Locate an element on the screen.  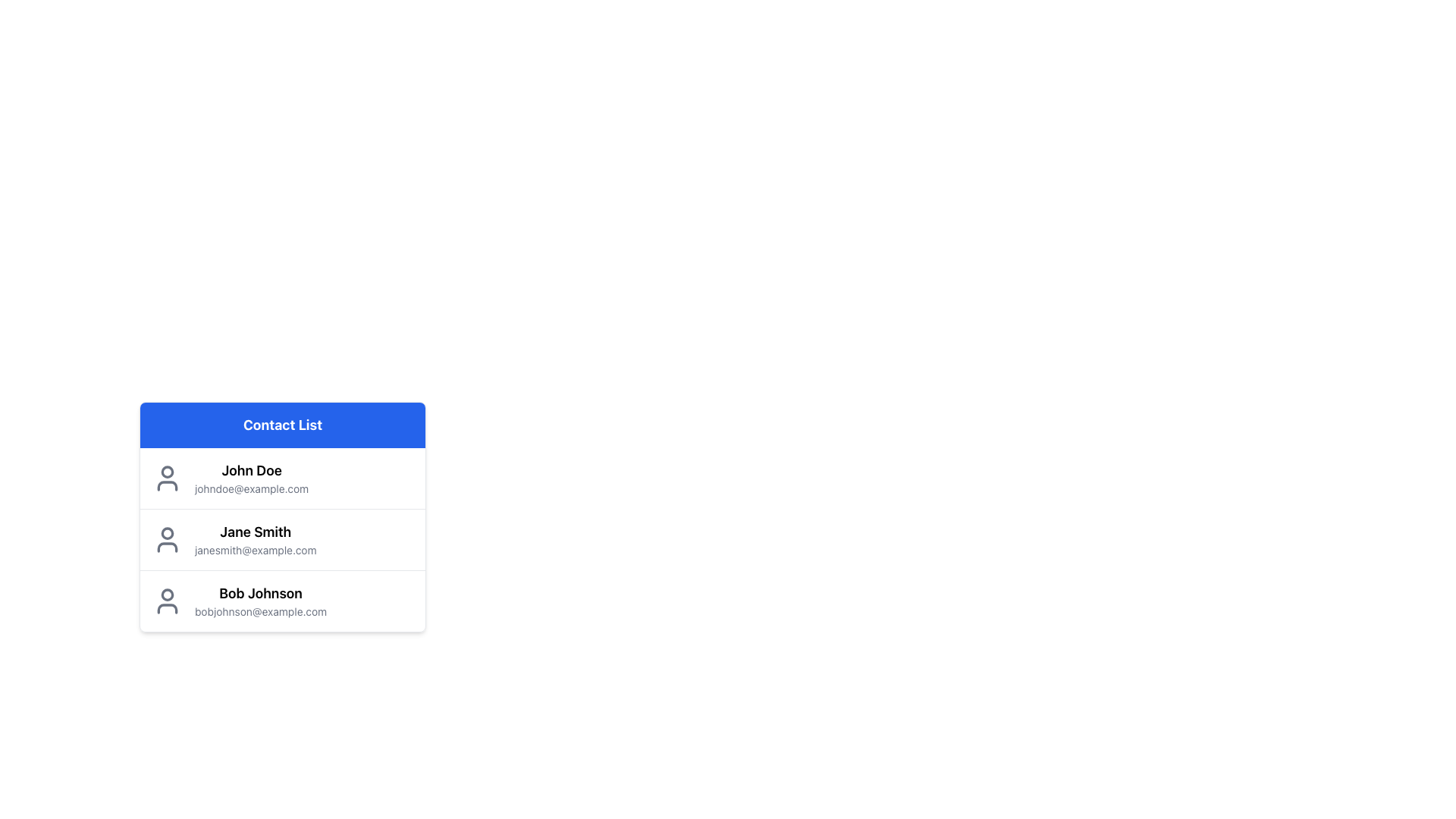
the contact name text label, which is the first name displayed in the contact list, located at the top section and aligned on the left side is located at coordinates (252, 470).